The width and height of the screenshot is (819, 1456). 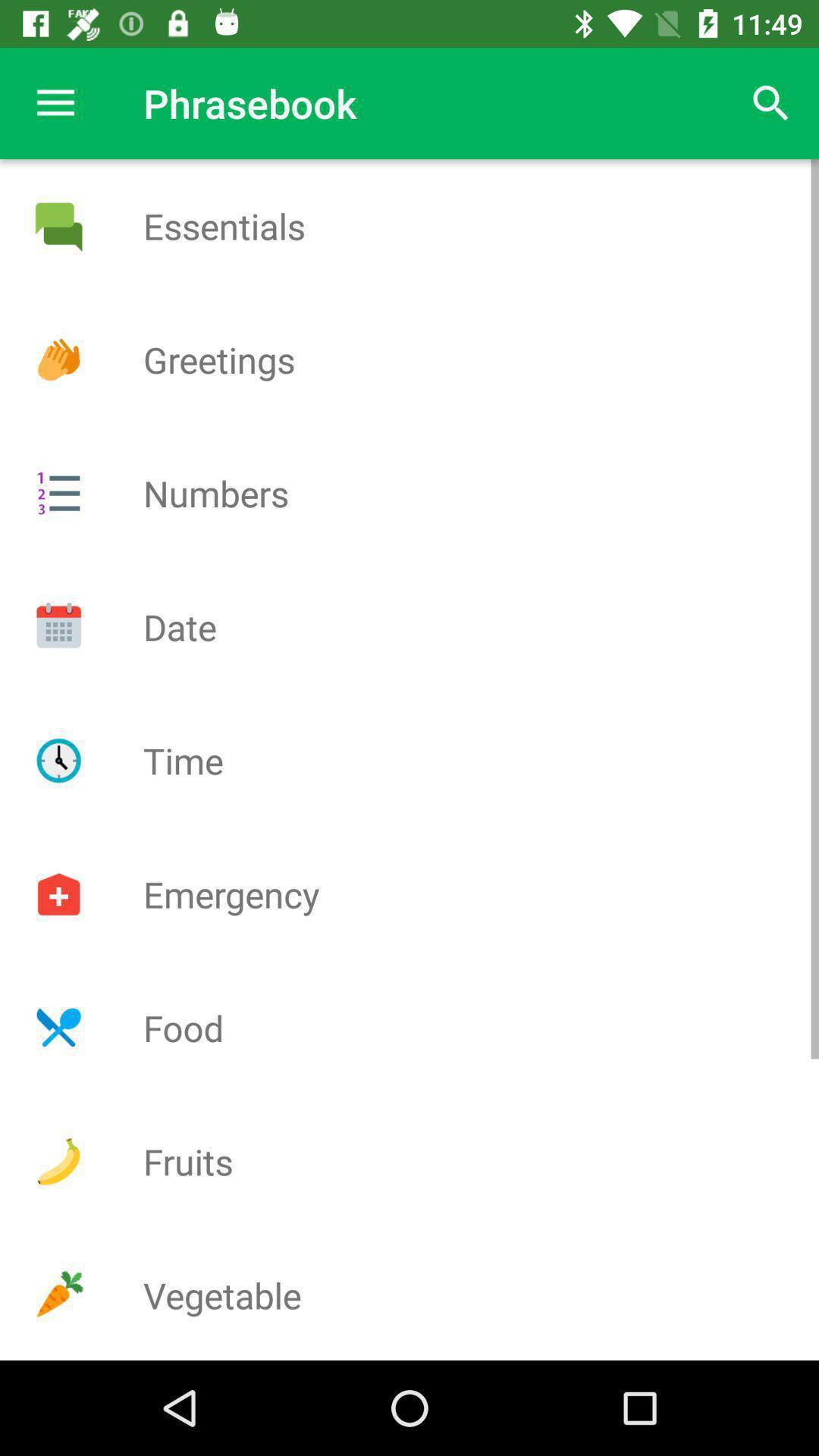 What do you see at coordinates (58, 1160) in the screenshot?
I see `fruit phrasebook` at bounding box center [58, 1160].